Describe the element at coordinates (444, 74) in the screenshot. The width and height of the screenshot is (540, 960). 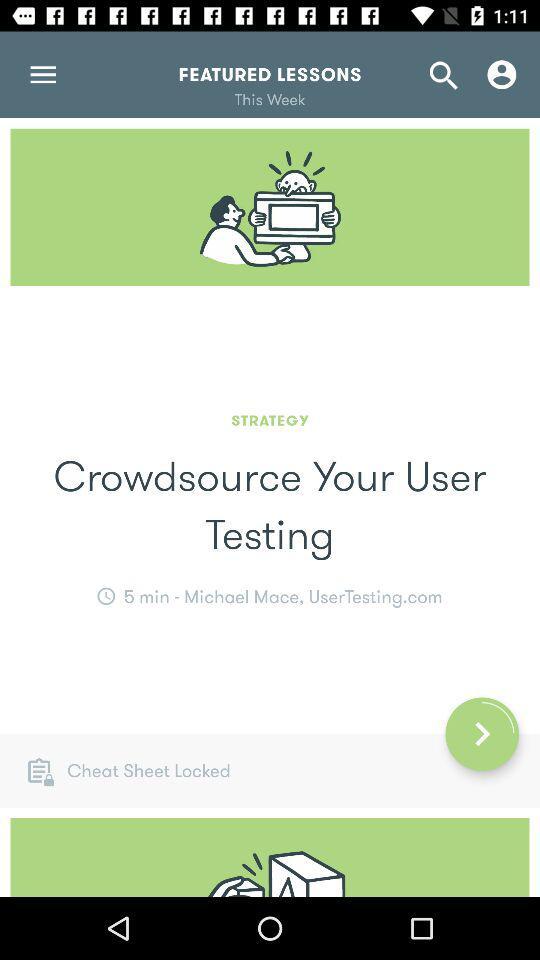
I see `the search icon` at that location.